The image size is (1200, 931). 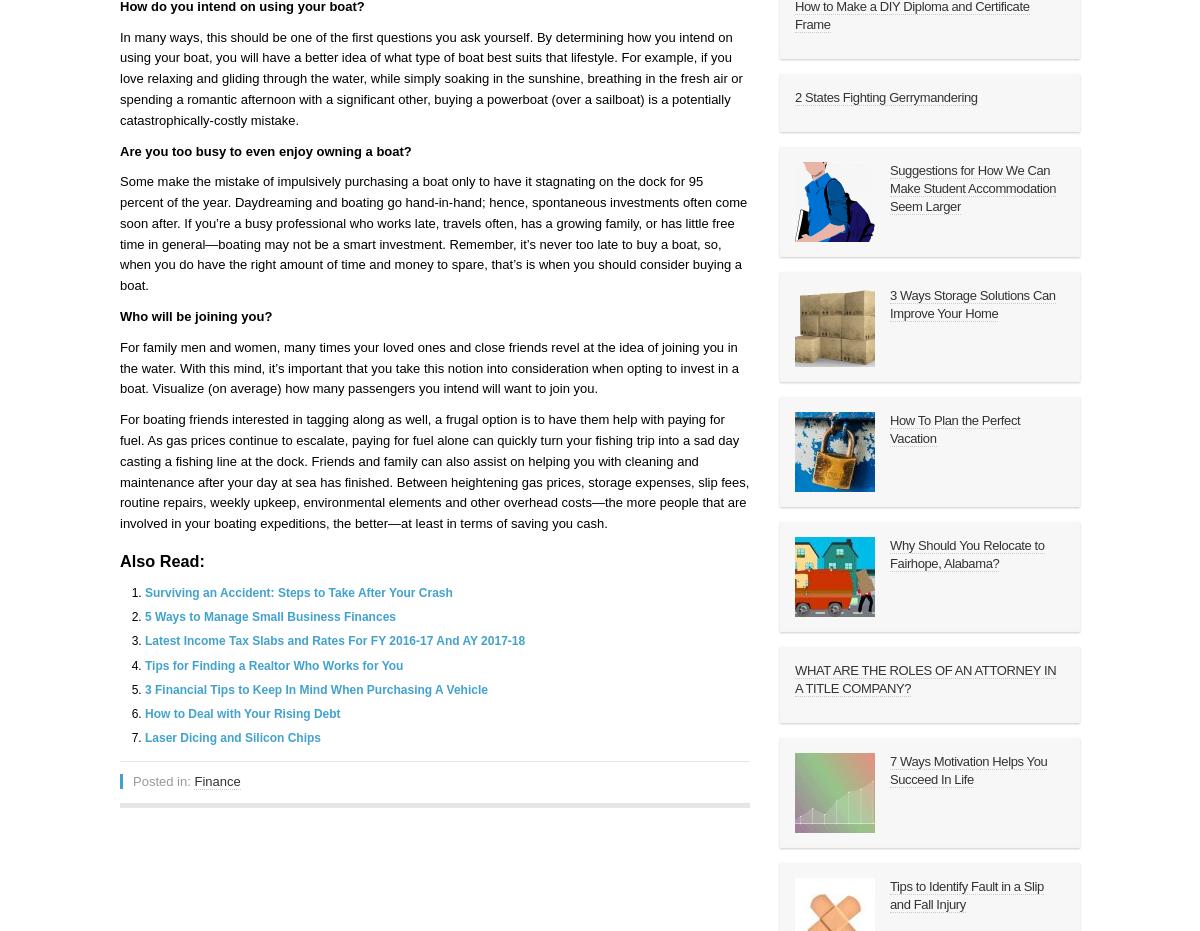 I want to click on '2 States Fighting Gerrymandering', so click(x=884, y=97).